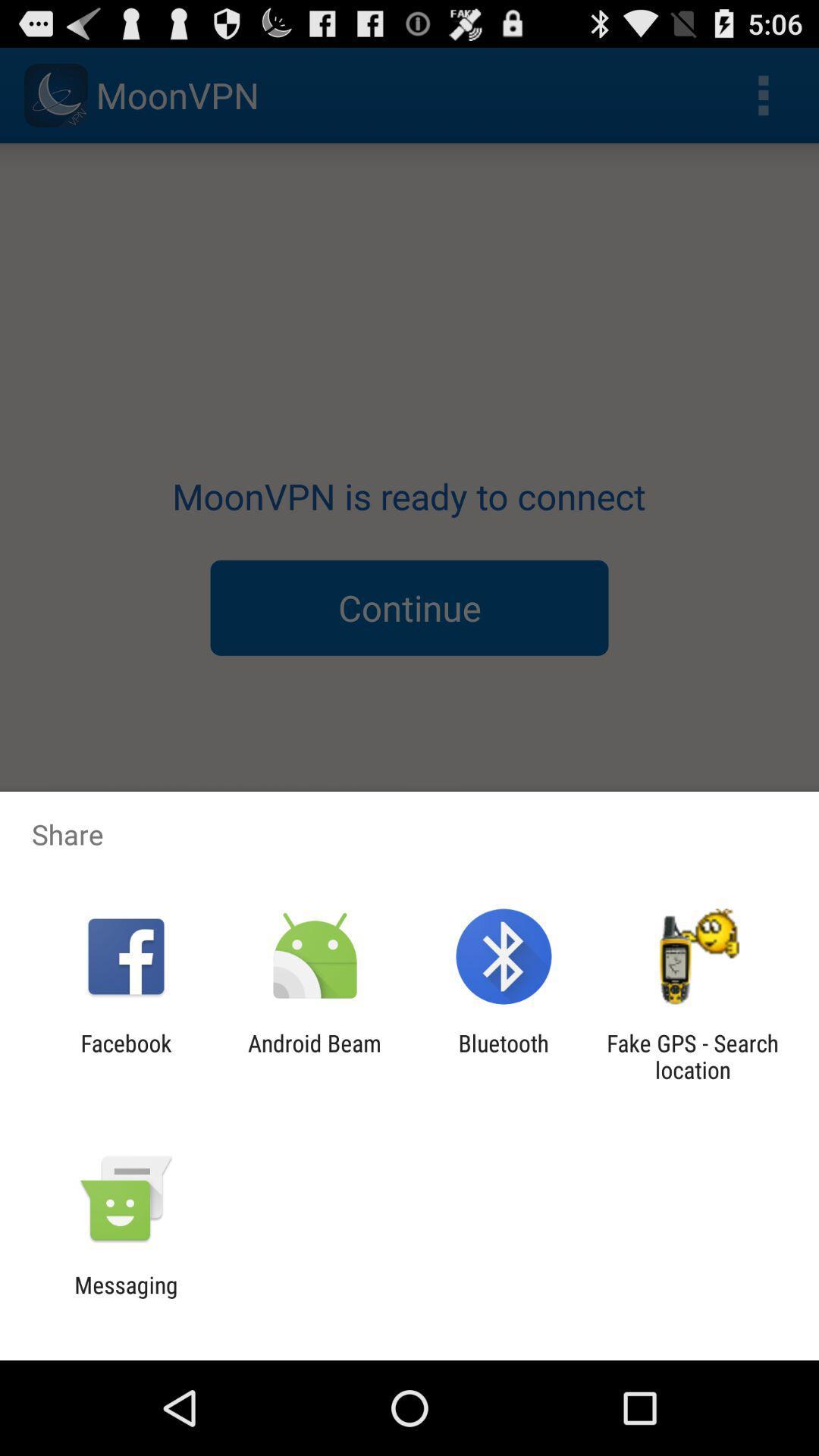 The height and width of the screenshot is (1456, 819). I want to click on android beam app, so click(314, 1056).